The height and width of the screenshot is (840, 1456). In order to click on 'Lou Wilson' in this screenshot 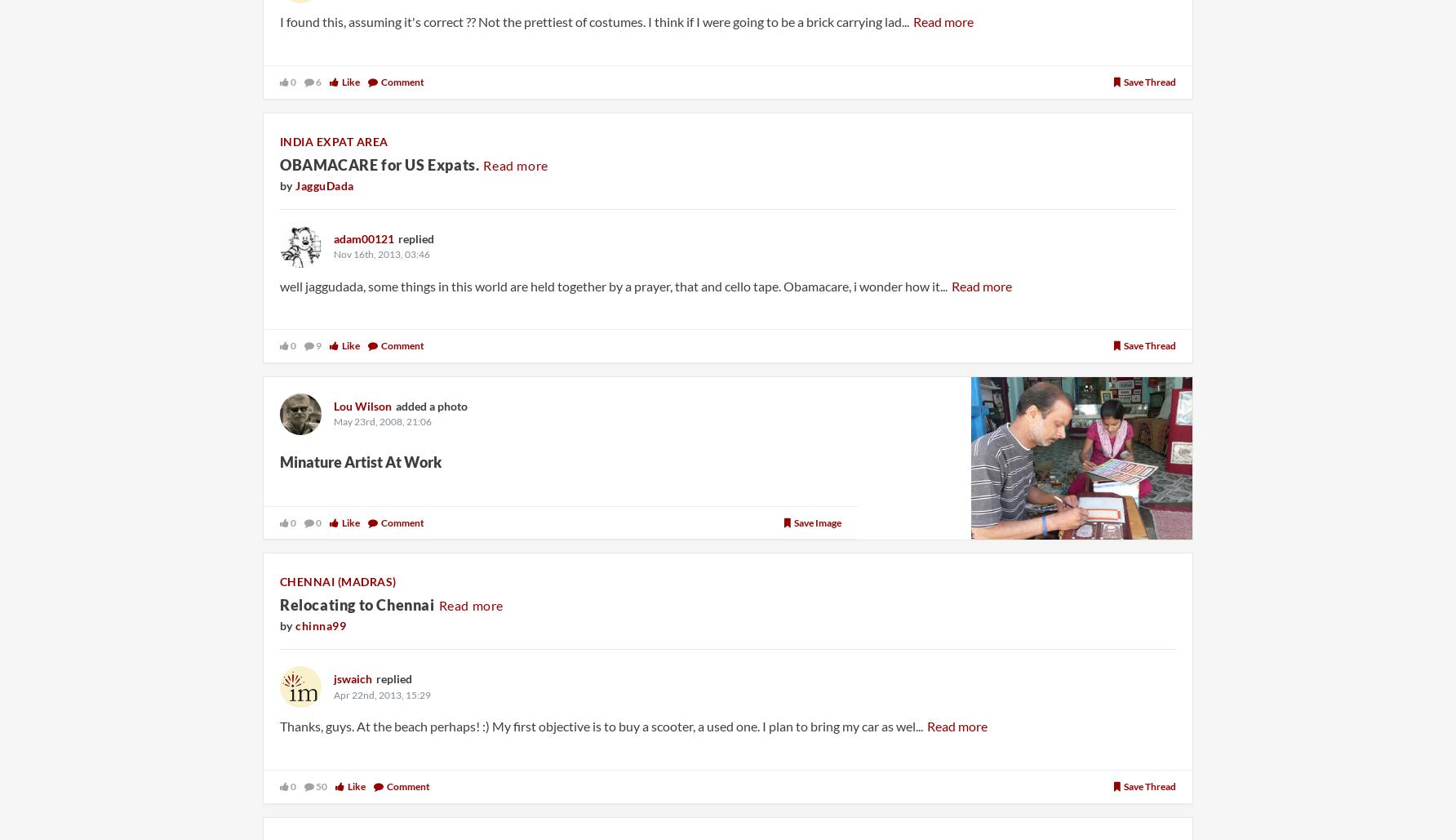, I will do `click(362, 405)`.